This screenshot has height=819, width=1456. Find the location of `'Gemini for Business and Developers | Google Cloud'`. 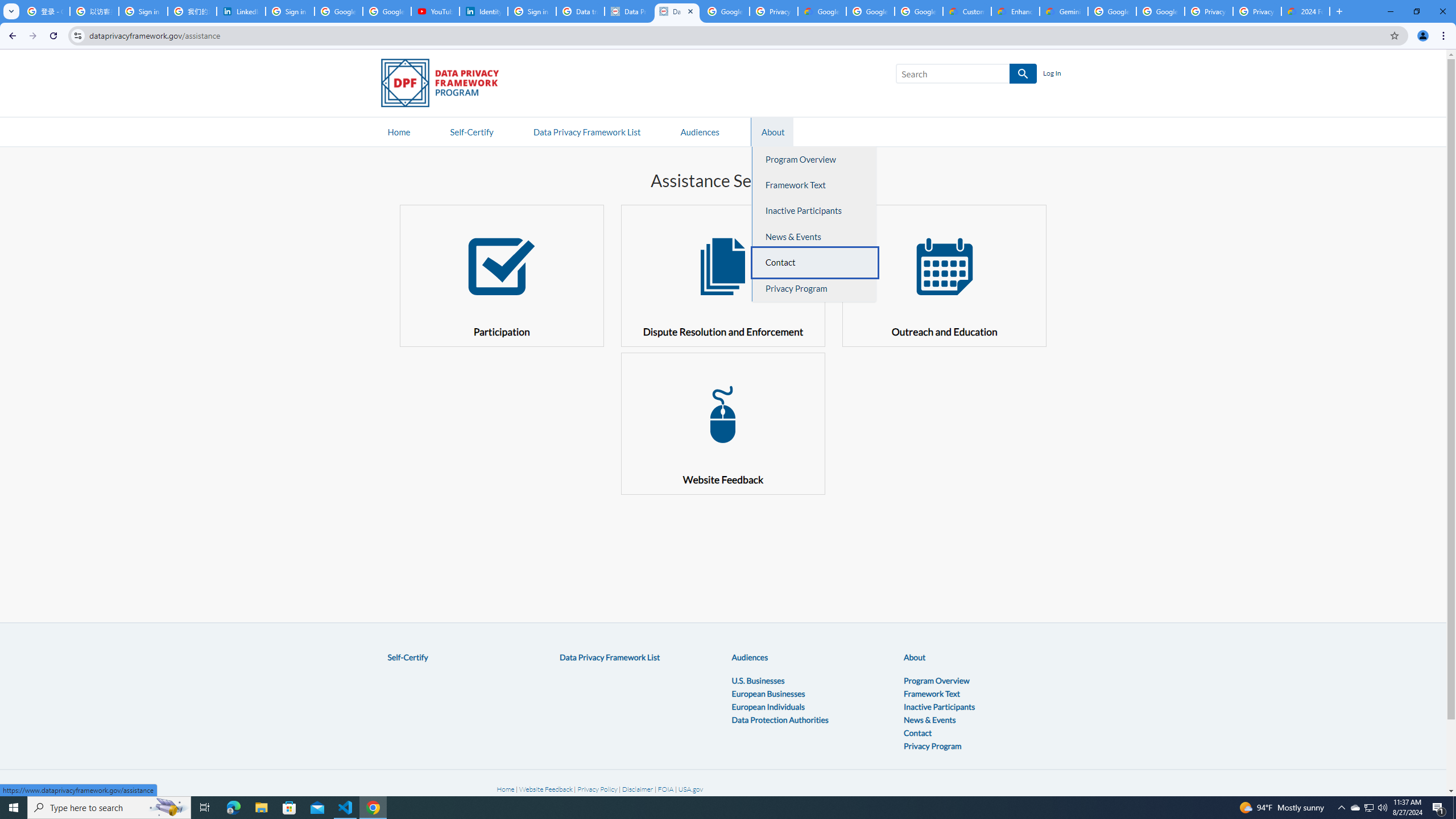

'Gemini for Business and Developers | Google Cloud' is located at coordinates (1064, 11).